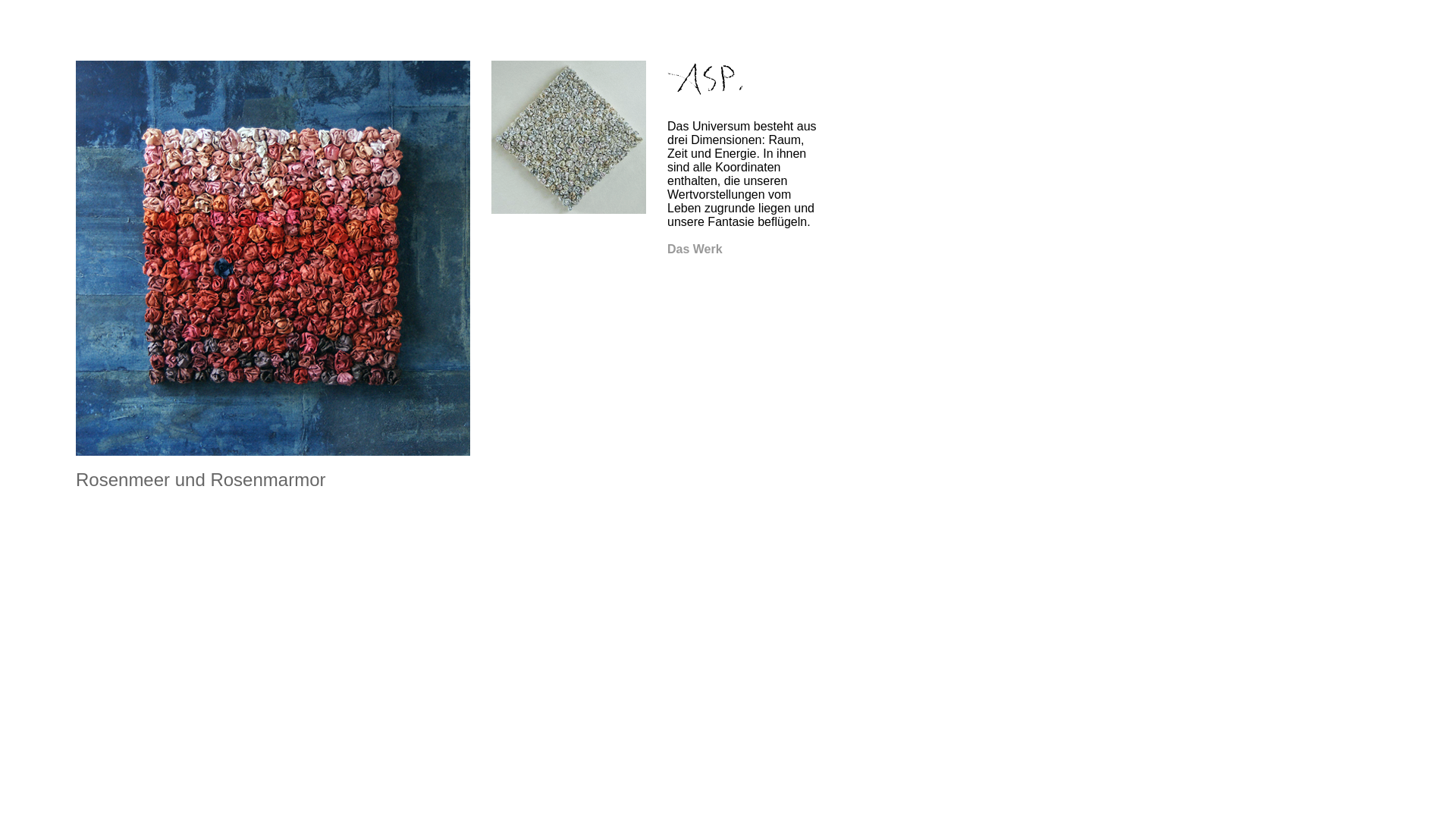 This screenshot has width=1456, height=819. What do you see at coordinates (694, 248) in the screenshot?
I see `'Das Werk'` at bounding box center [694, 248].